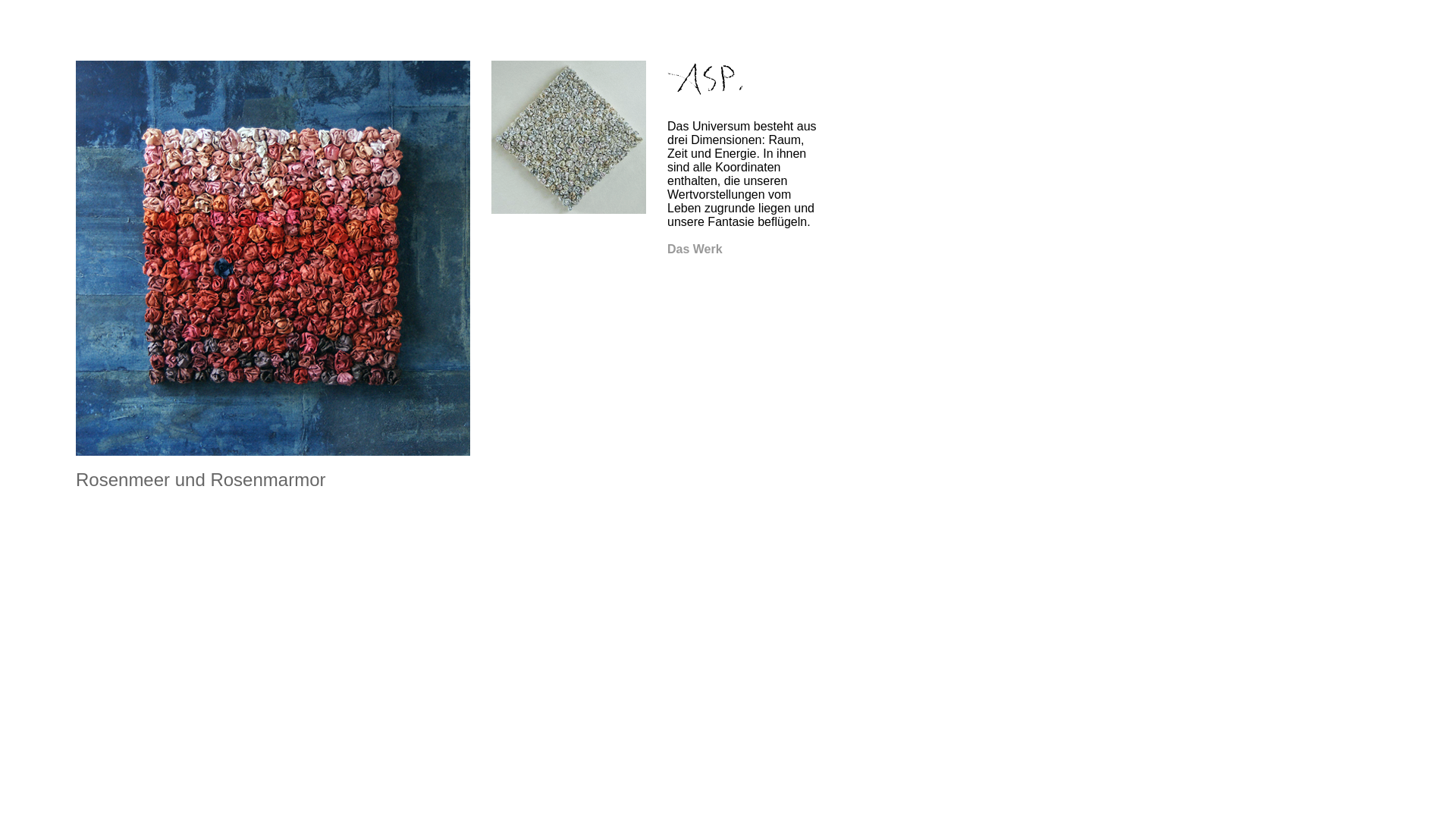 This screenshot has width=1456, height=819. What do you see at coordinates (694, 248) in the screenshot?
I see `'Das Werk'` at bounding box center [694, 248].